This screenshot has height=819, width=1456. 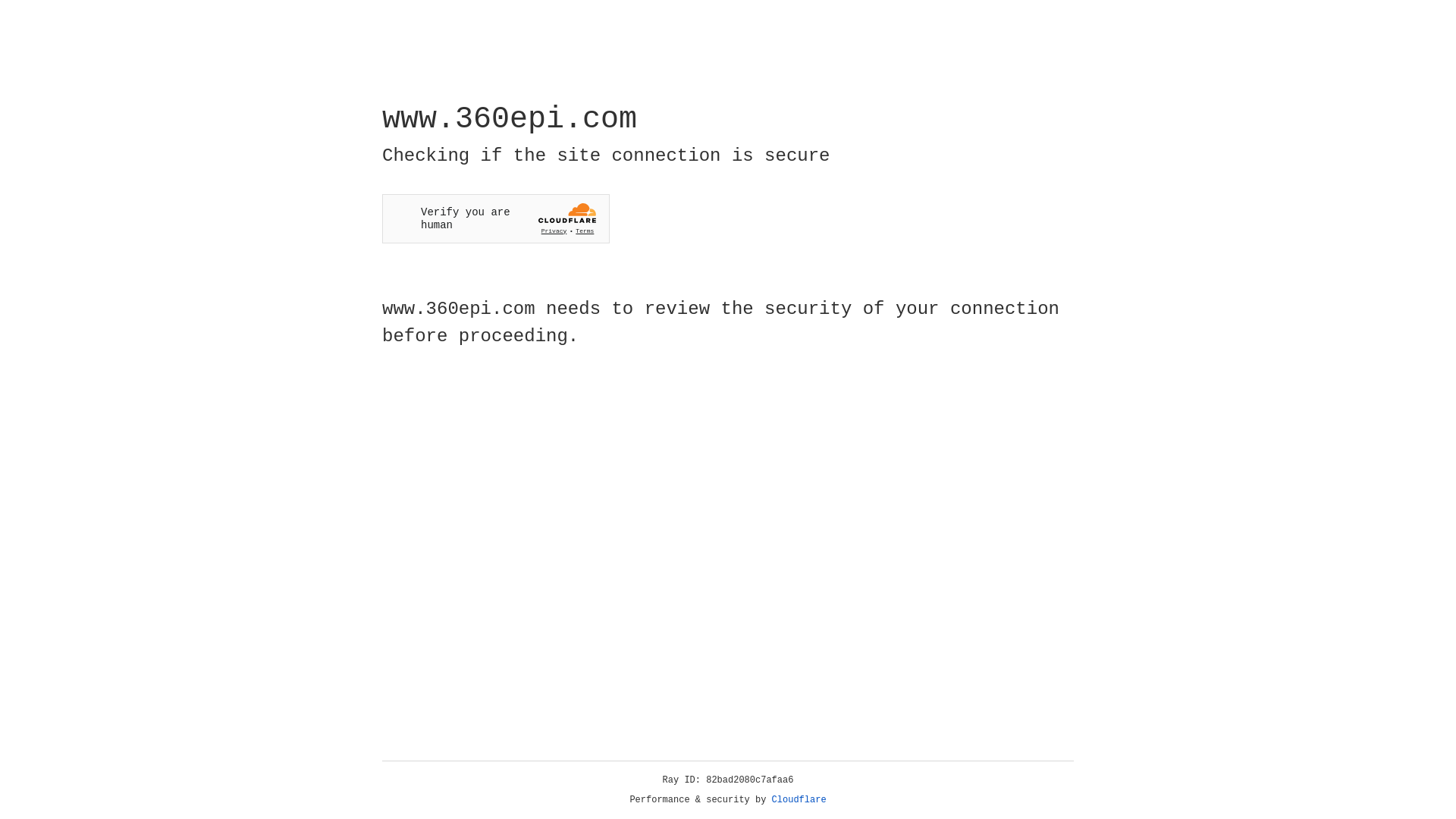 What do you see at coordinates (799, 799) in the screenshot?
I see `'Cloudflare'` at bounding box center [799, 799].